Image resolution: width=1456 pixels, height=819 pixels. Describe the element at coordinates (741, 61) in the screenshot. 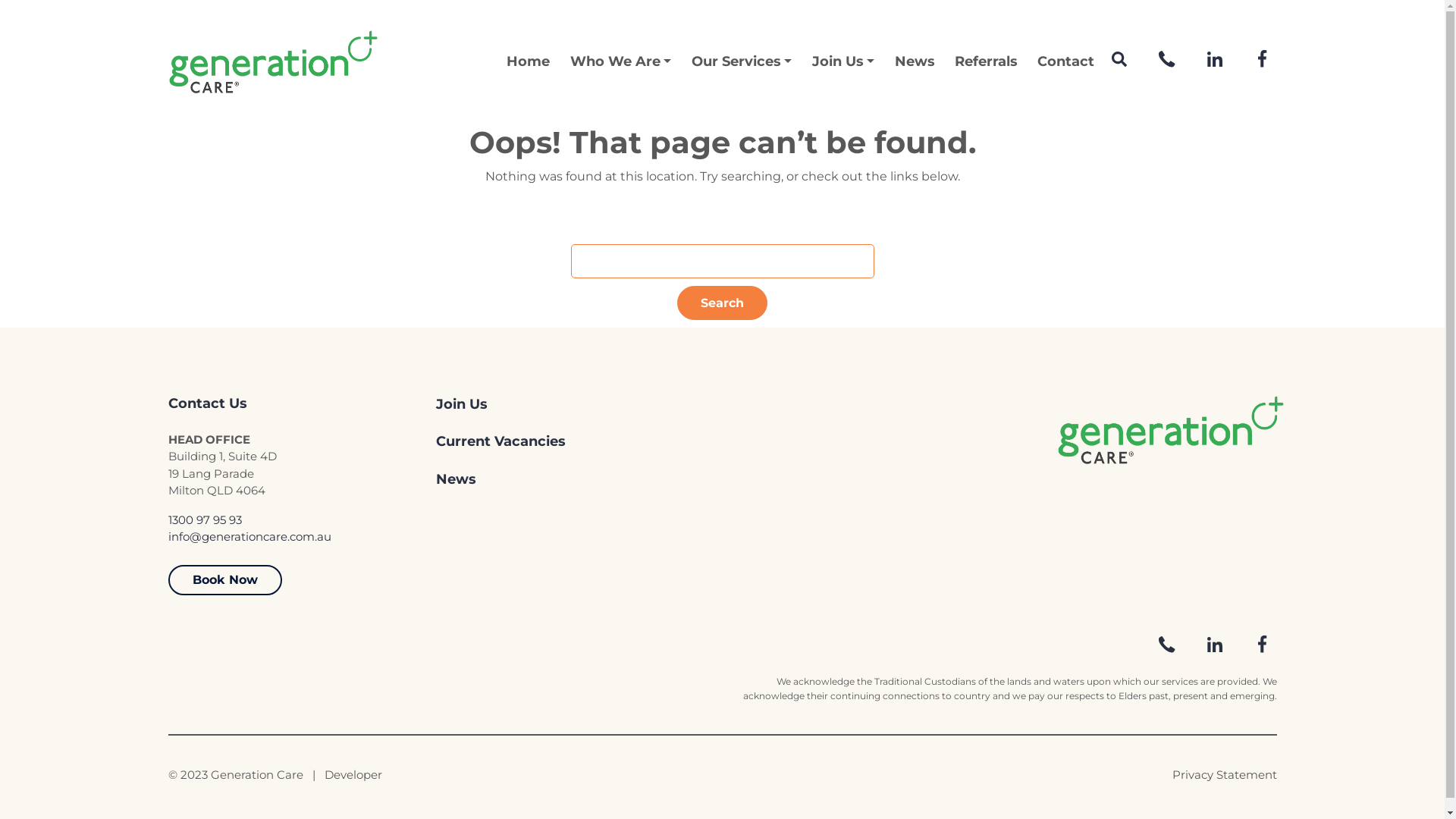

I see `'Our Services'` at that location.